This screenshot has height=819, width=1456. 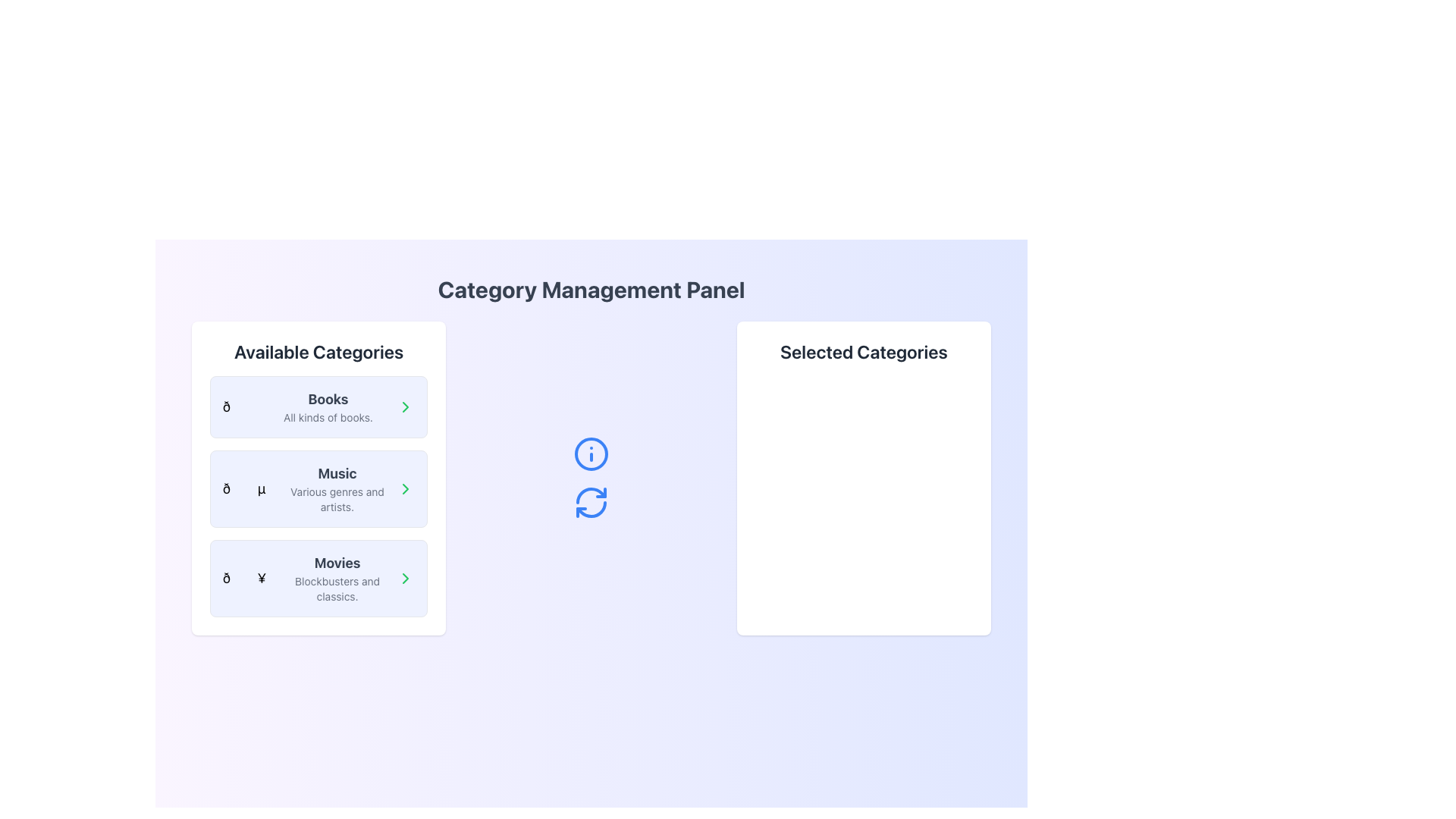 I want to click on the bold text label displaying the word 'Books', which is positioned in the top section of a card within a list of categories on the left side of the interface, so click(x=327, y=399).